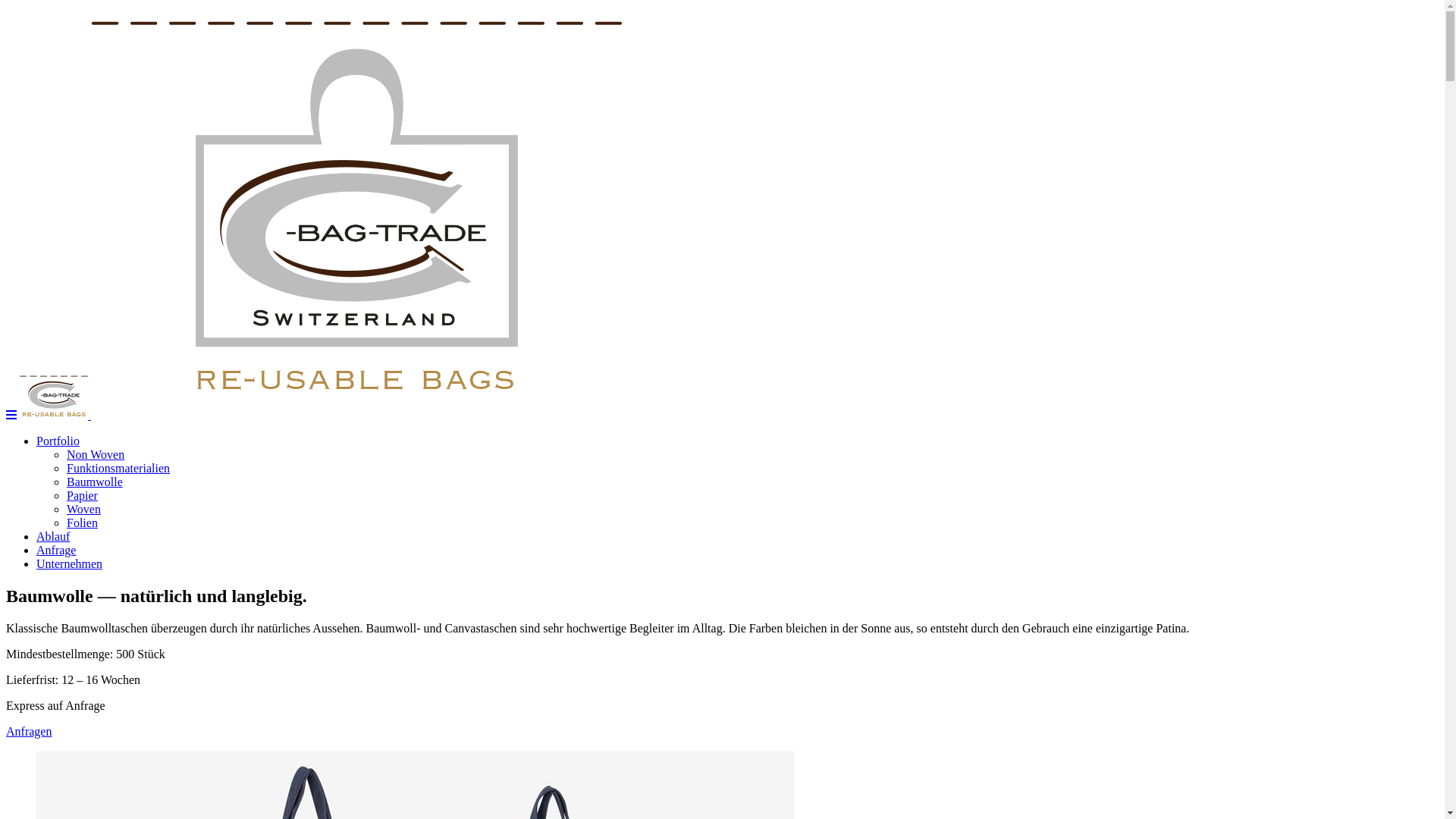 Image resolution: width=1456 pixels, height=819 pixels. Describe the element at coordinates (29, 730) in the screenshot. I see `'Anfragen'` at that location.